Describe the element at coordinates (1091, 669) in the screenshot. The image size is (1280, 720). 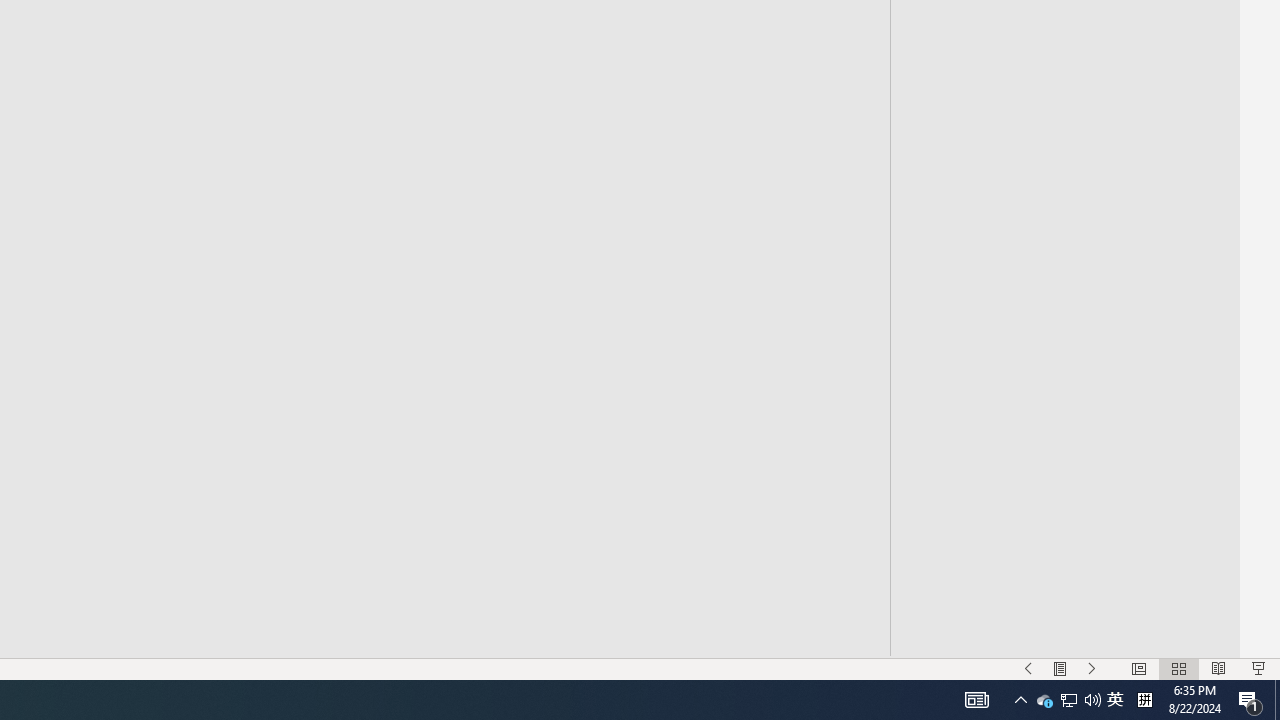
I see `'Slide Show Next On'` at that location.